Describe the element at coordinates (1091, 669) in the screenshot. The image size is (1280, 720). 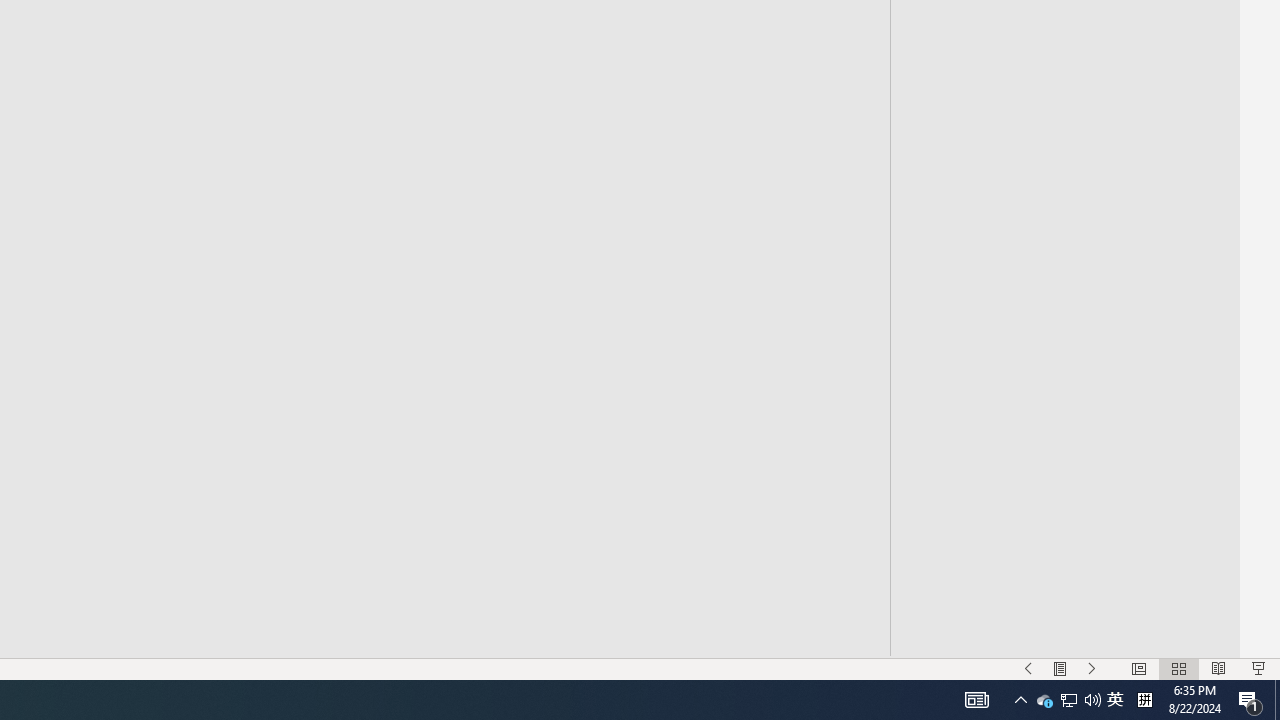
I see `'Slide Show Next On'` at that location.